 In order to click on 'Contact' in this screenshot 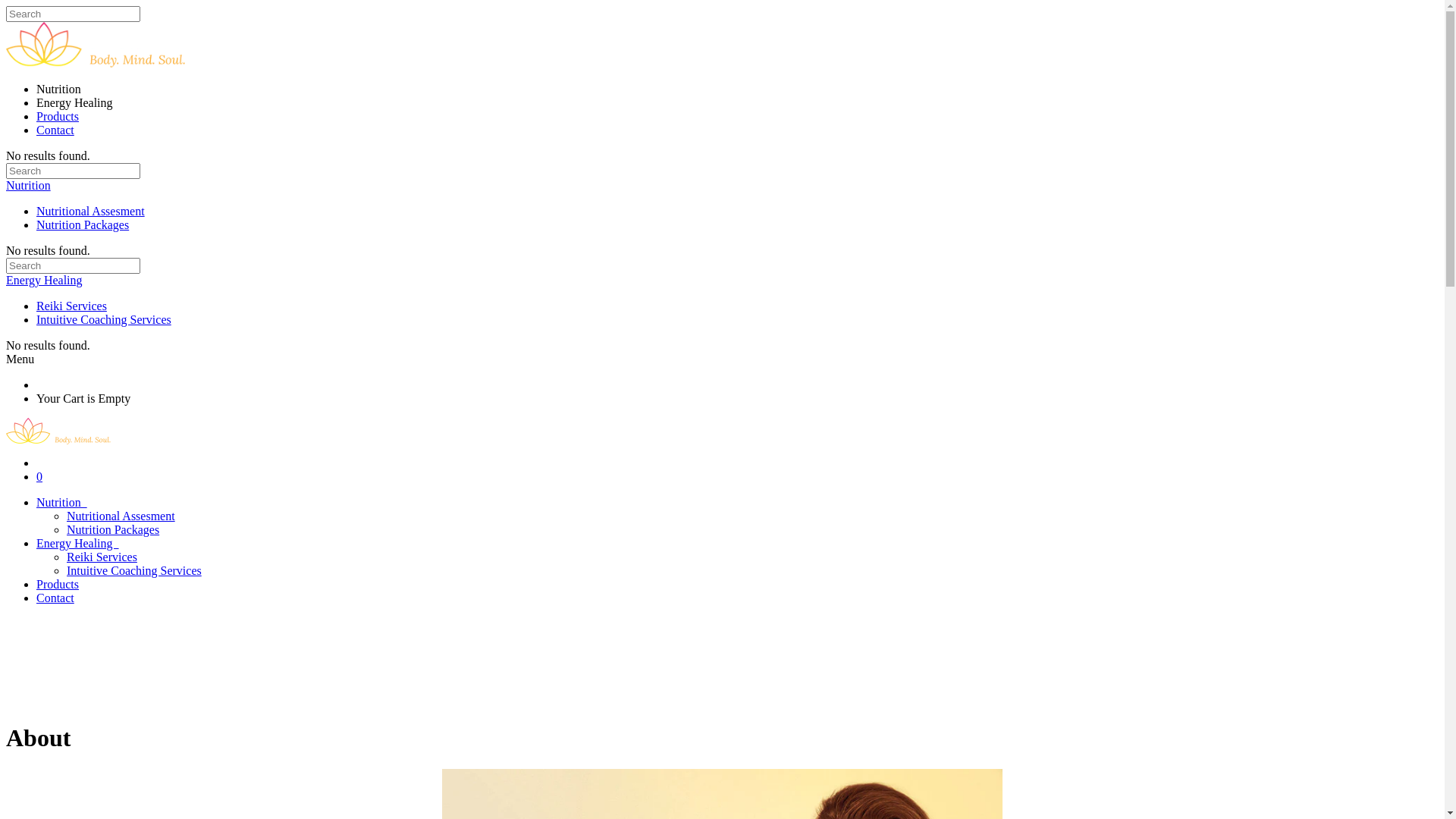, I will do `click(55, 129)`.